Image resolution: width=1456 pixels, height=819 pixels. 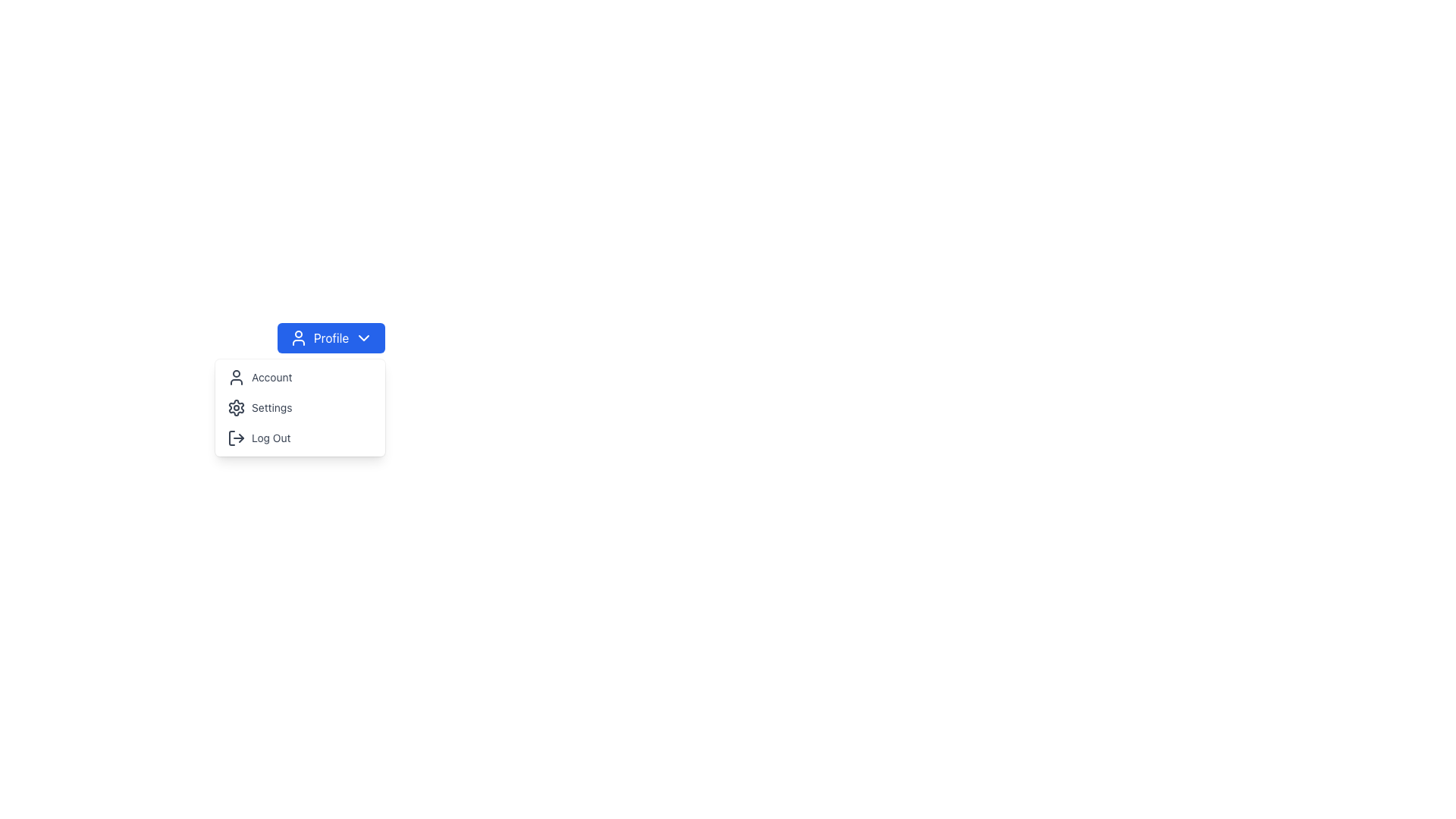 I want to click on the person silhouette icon embedded within the blue rectangular 'Profile' button, located at the far left of the button, so click(x=298, y=337).